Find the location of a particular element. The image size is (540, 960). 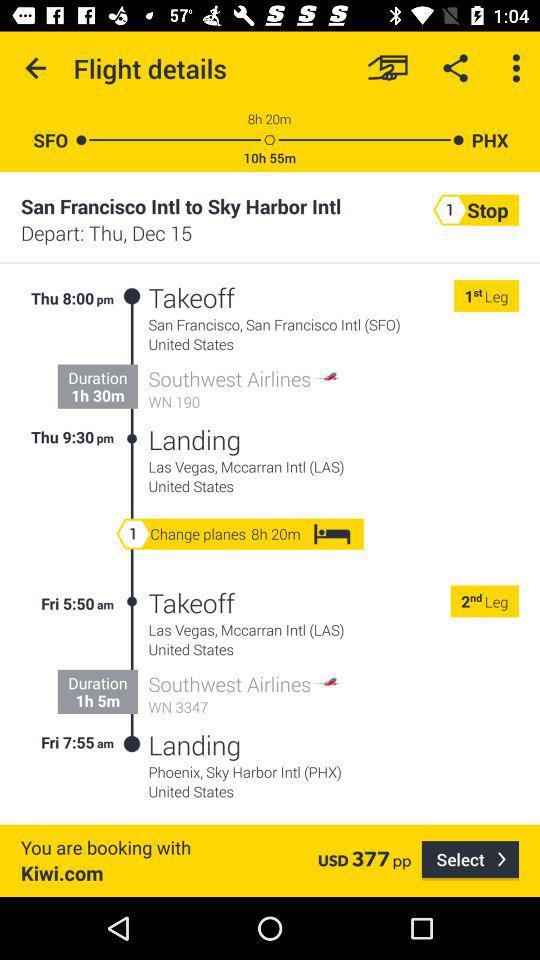

the item next to takeoff icon is located at coordinates (132, 367).